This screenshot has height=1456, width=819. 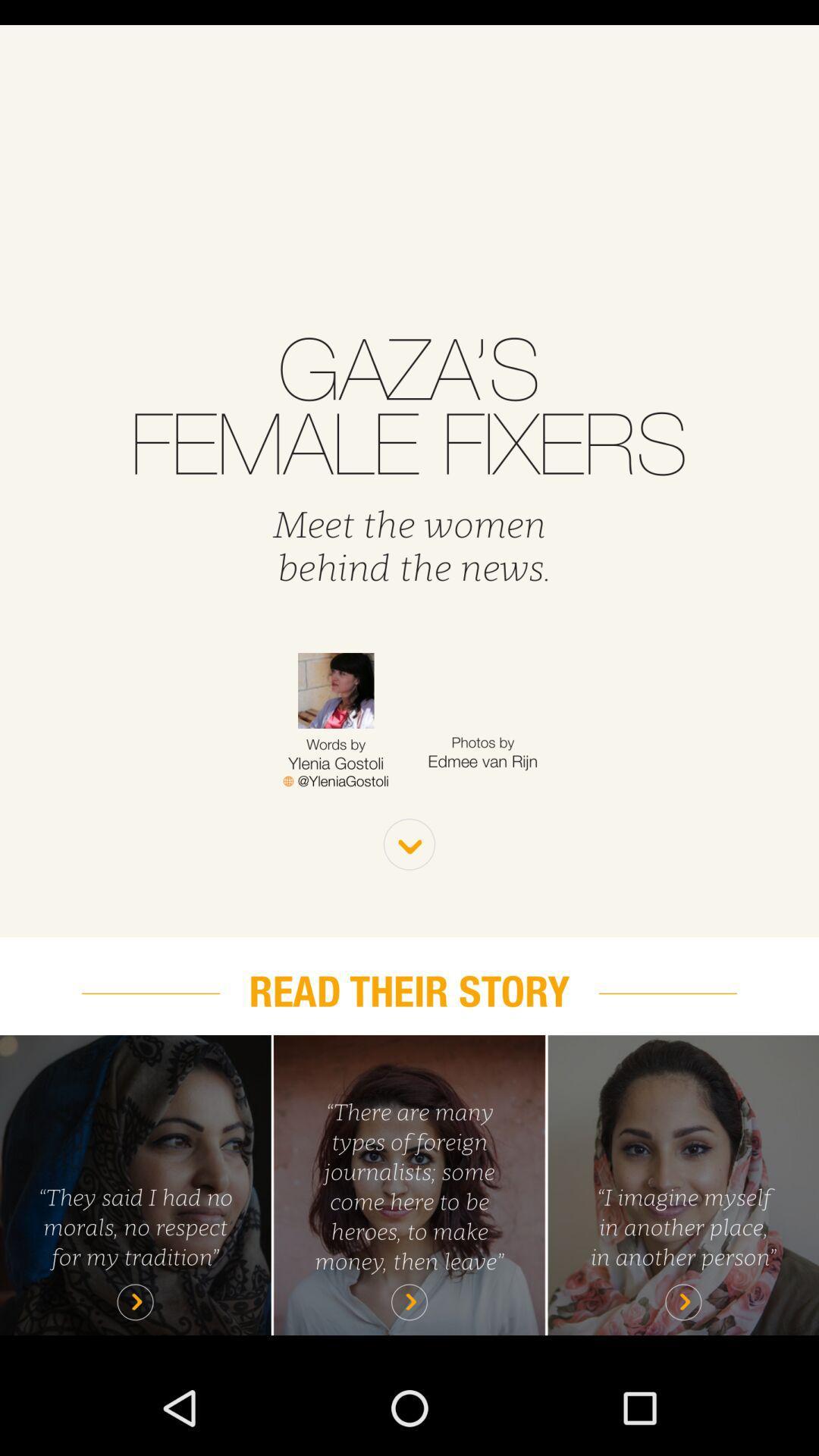 What do you see at coordinates (134, 1184) in the screenshot?
I see `play story` at bounding box center [134, 1184].